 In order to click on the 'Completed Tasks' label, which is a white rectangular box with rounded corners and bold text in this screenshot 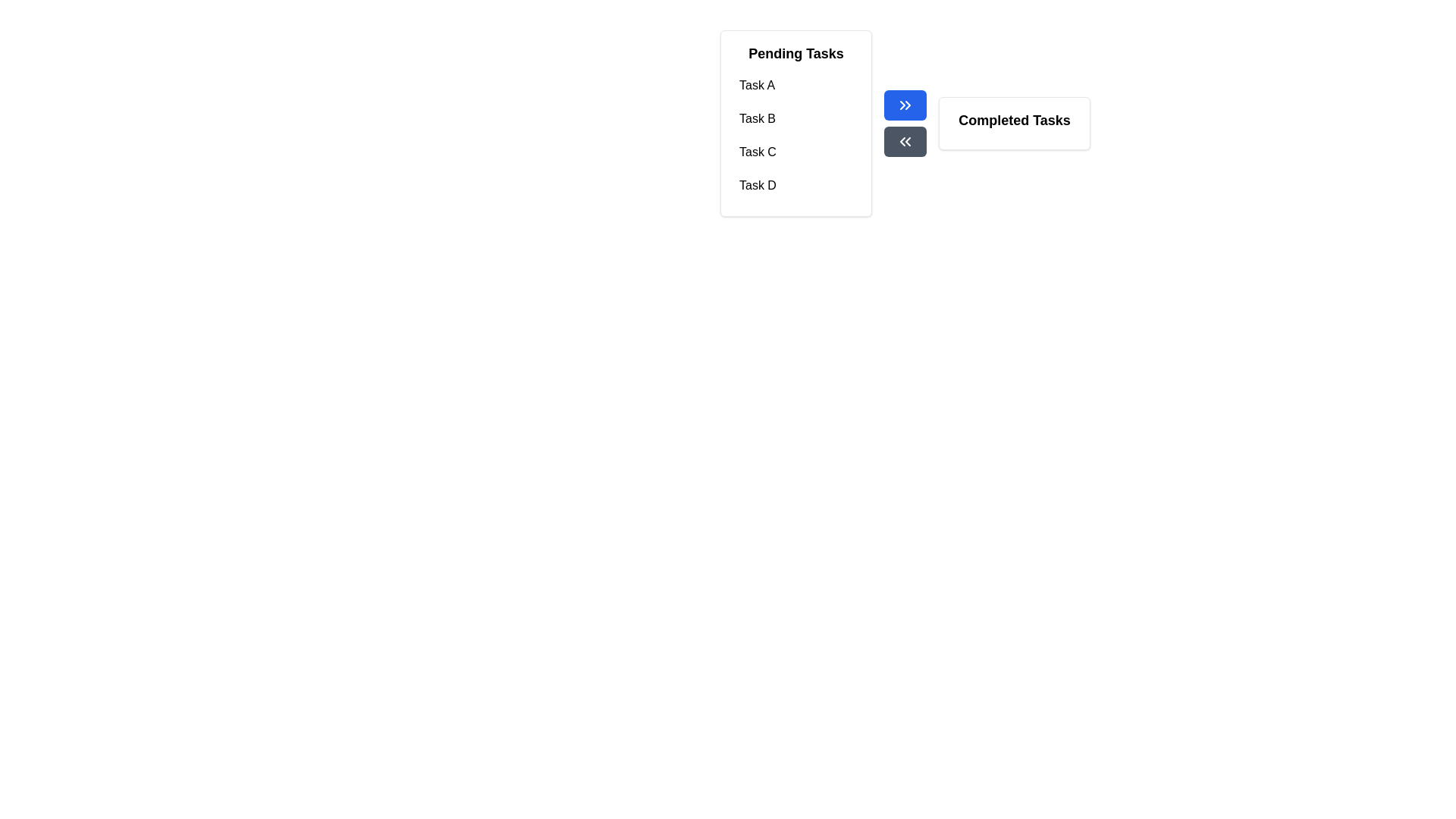, I will do `click(1015, 122)`.